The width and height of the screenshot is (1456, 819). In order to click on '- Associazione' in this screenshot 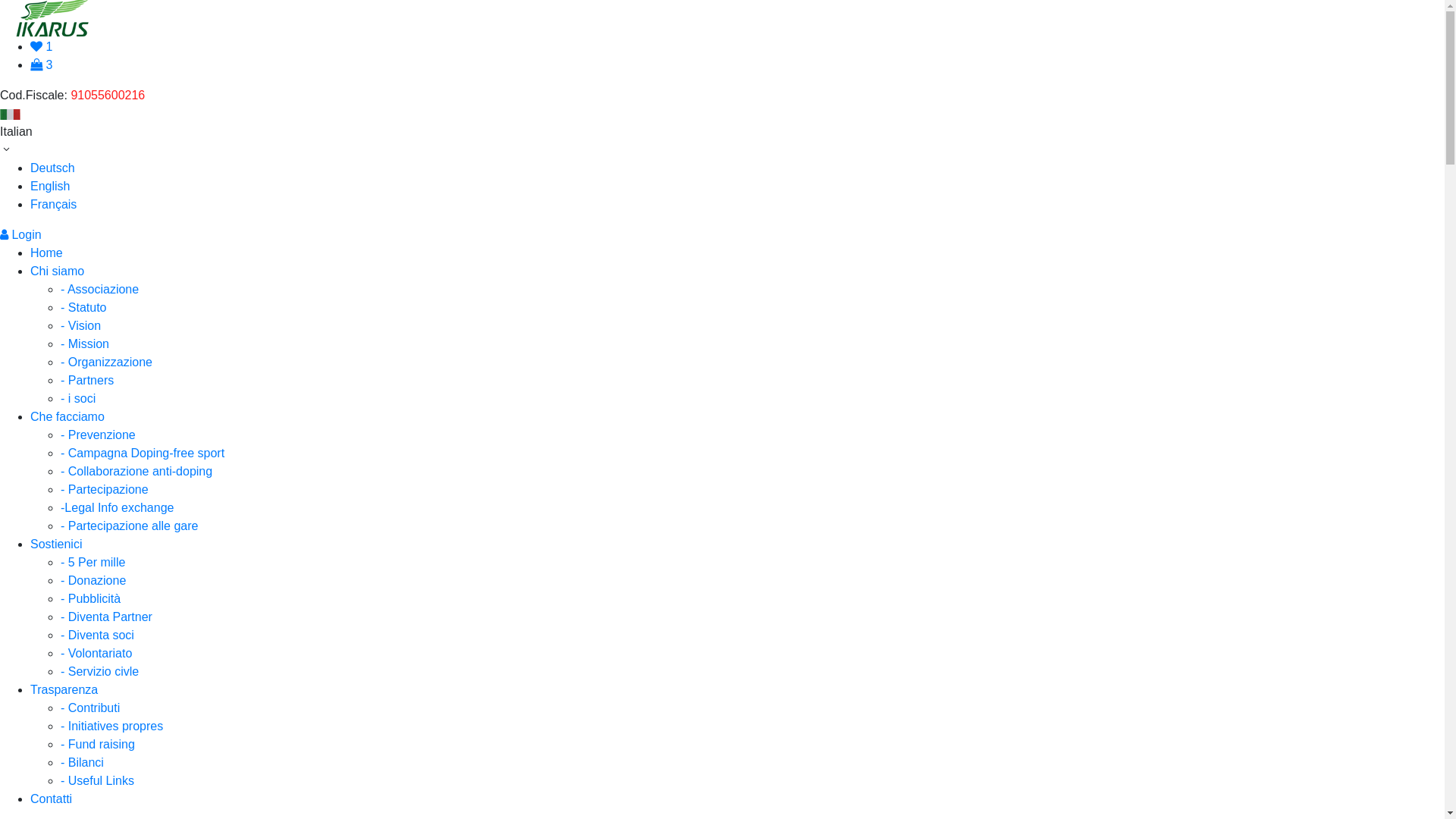, I will do `click(99, 289)`.